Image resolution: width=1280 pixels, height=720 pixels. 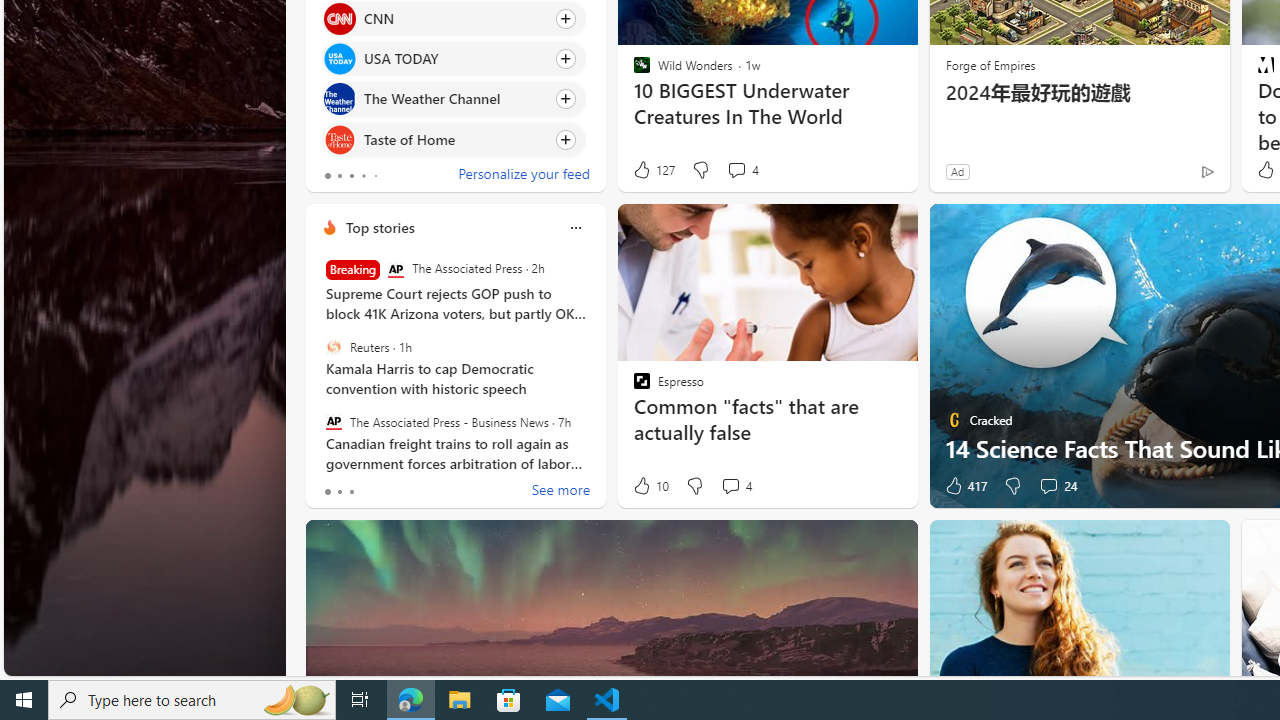 I want to click on 'CNN', so click(x=339, y=18).